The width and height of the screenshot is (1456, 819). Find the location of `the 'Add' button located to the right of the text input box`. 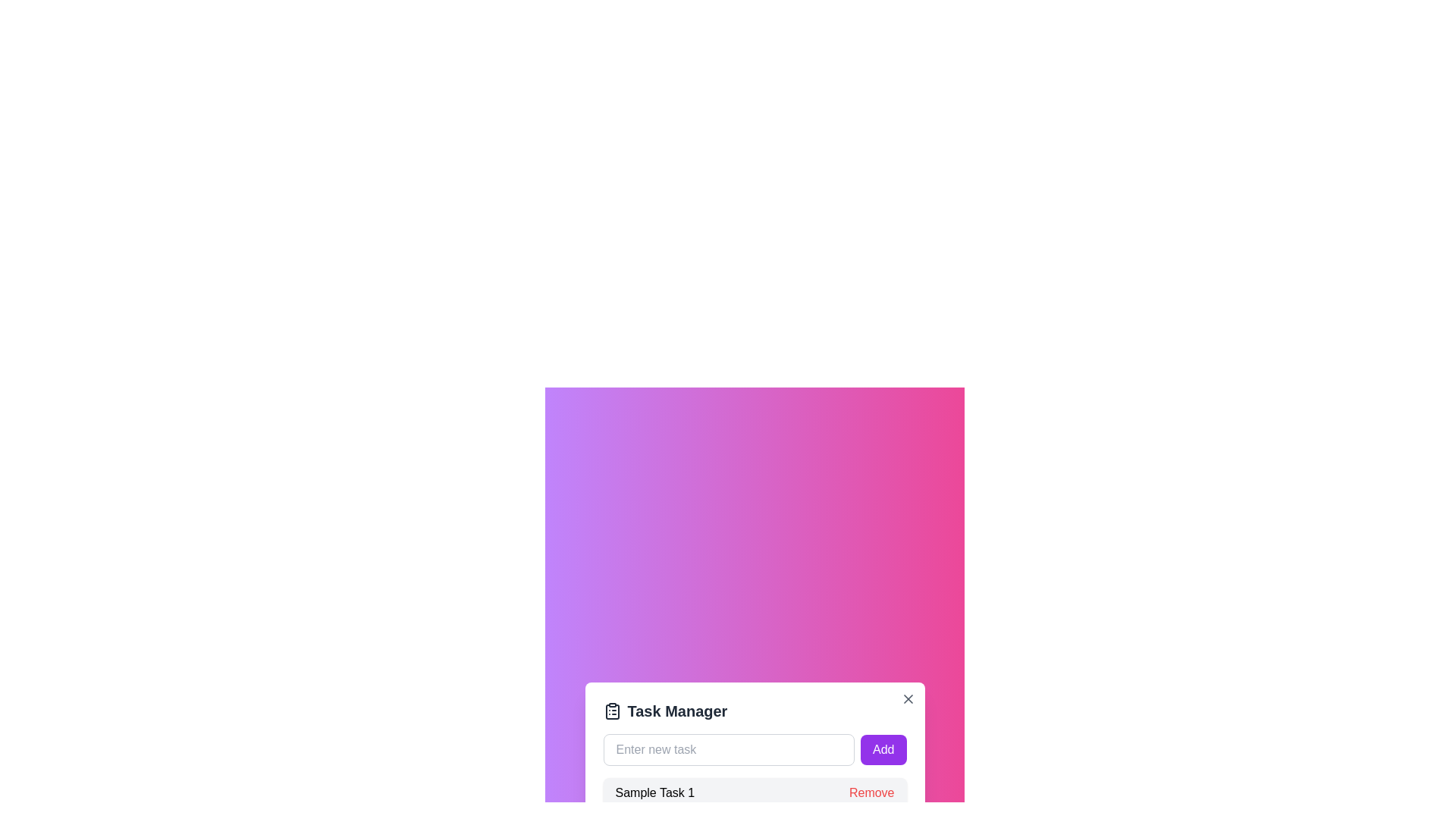

the 'Add' button located to the right of the text input box is located at coordinates (883, 748).